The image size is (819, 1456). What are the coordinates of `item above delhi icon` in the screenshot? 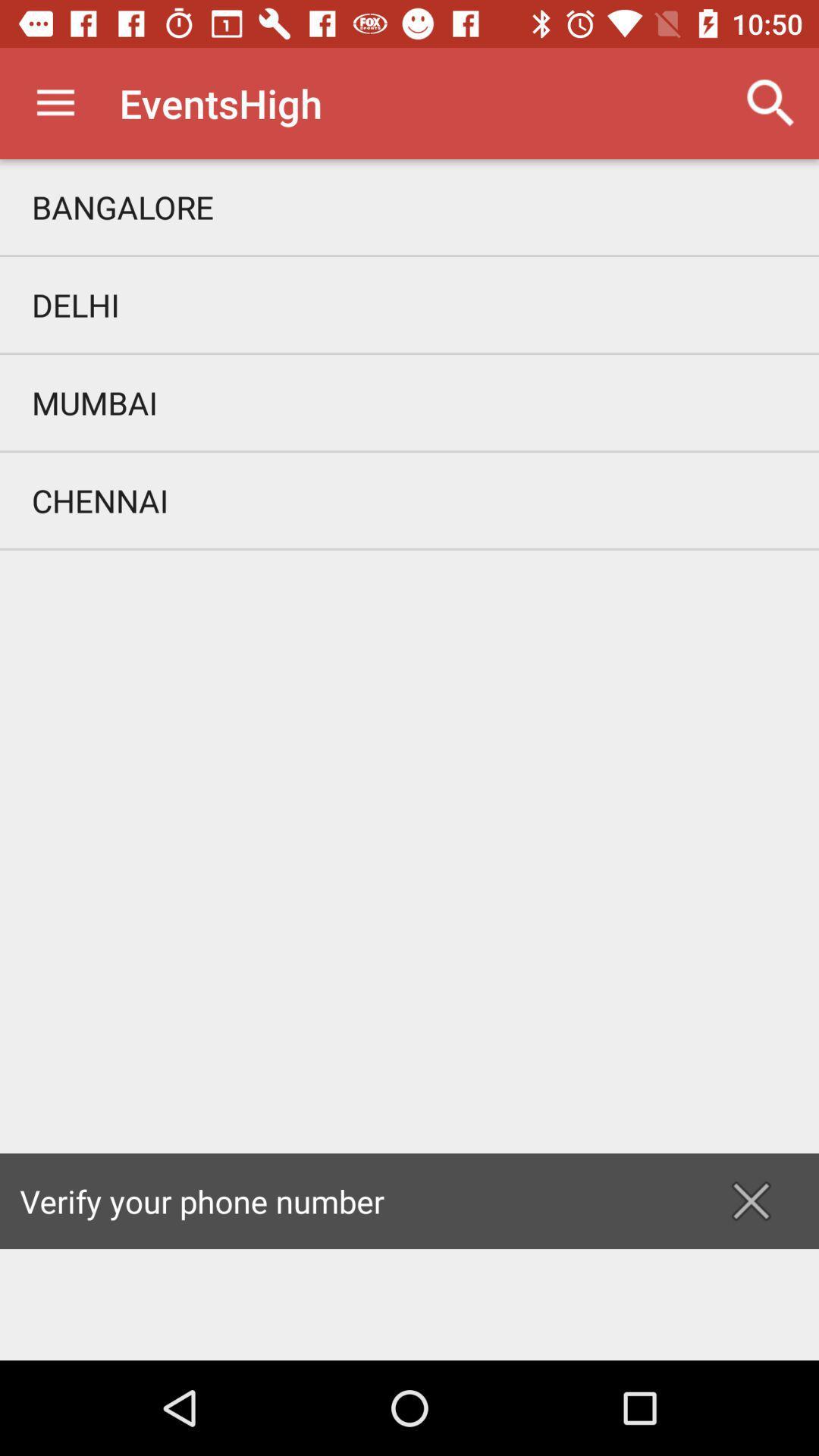 It's located at (409, 206).